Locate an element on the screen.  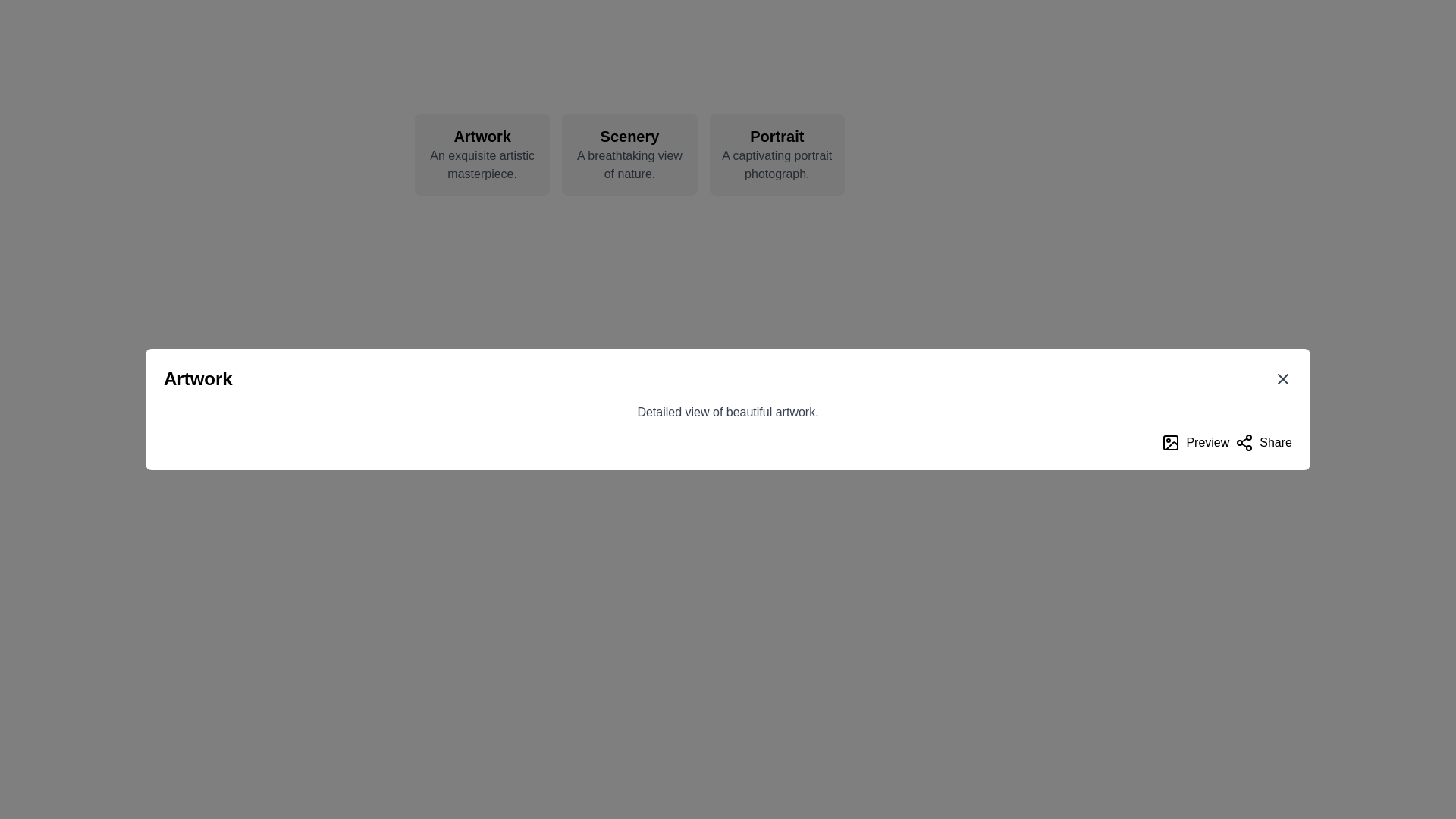
the Text label that provides descriptive detail about the artwork, located directly under the bold title 'Artwork' and above the 'Preview' and 'Share' options is located at coordinates (728, 412).